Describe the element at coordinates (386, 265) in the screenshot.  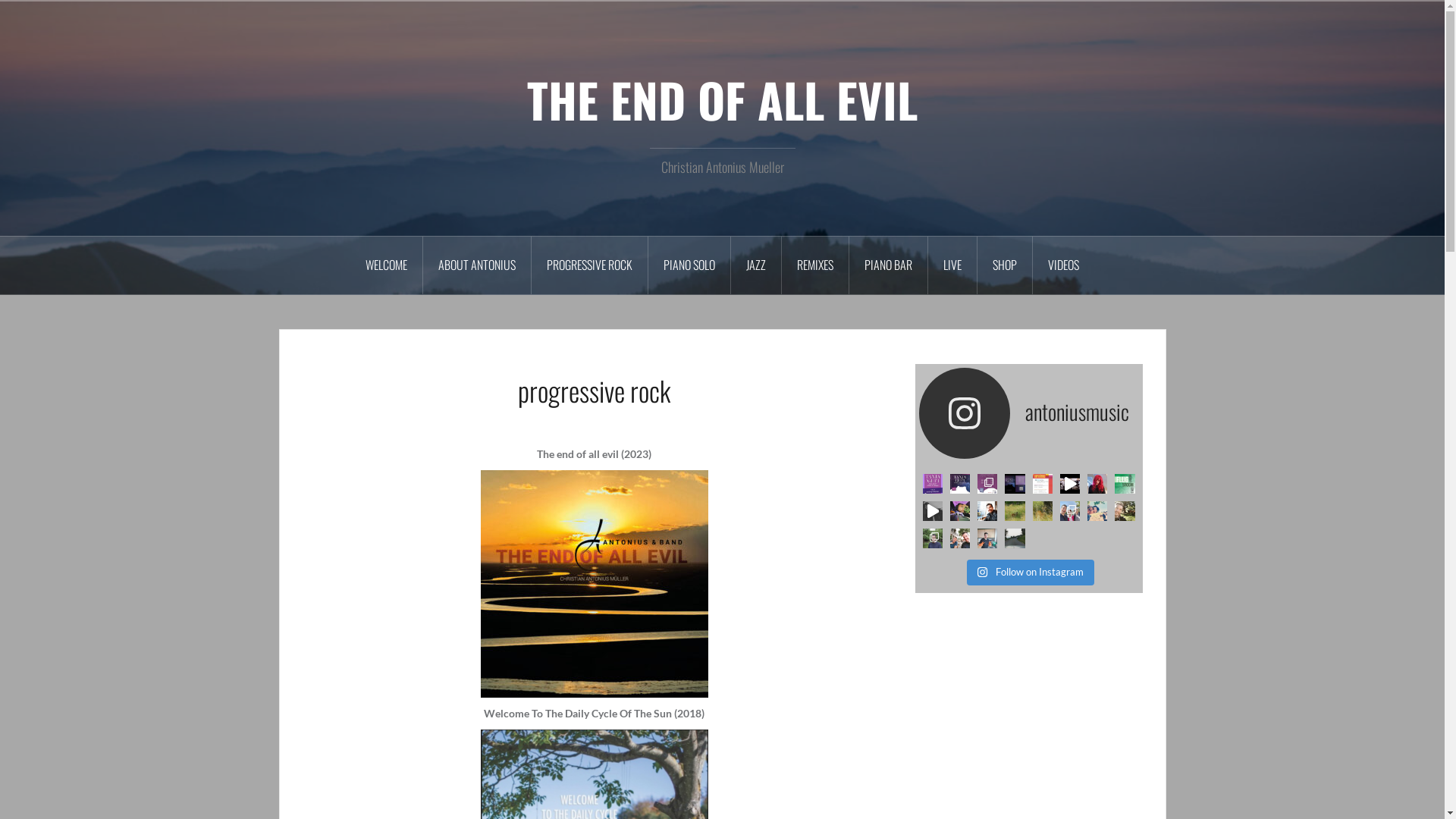
I see `'WELCOME'` at that location.